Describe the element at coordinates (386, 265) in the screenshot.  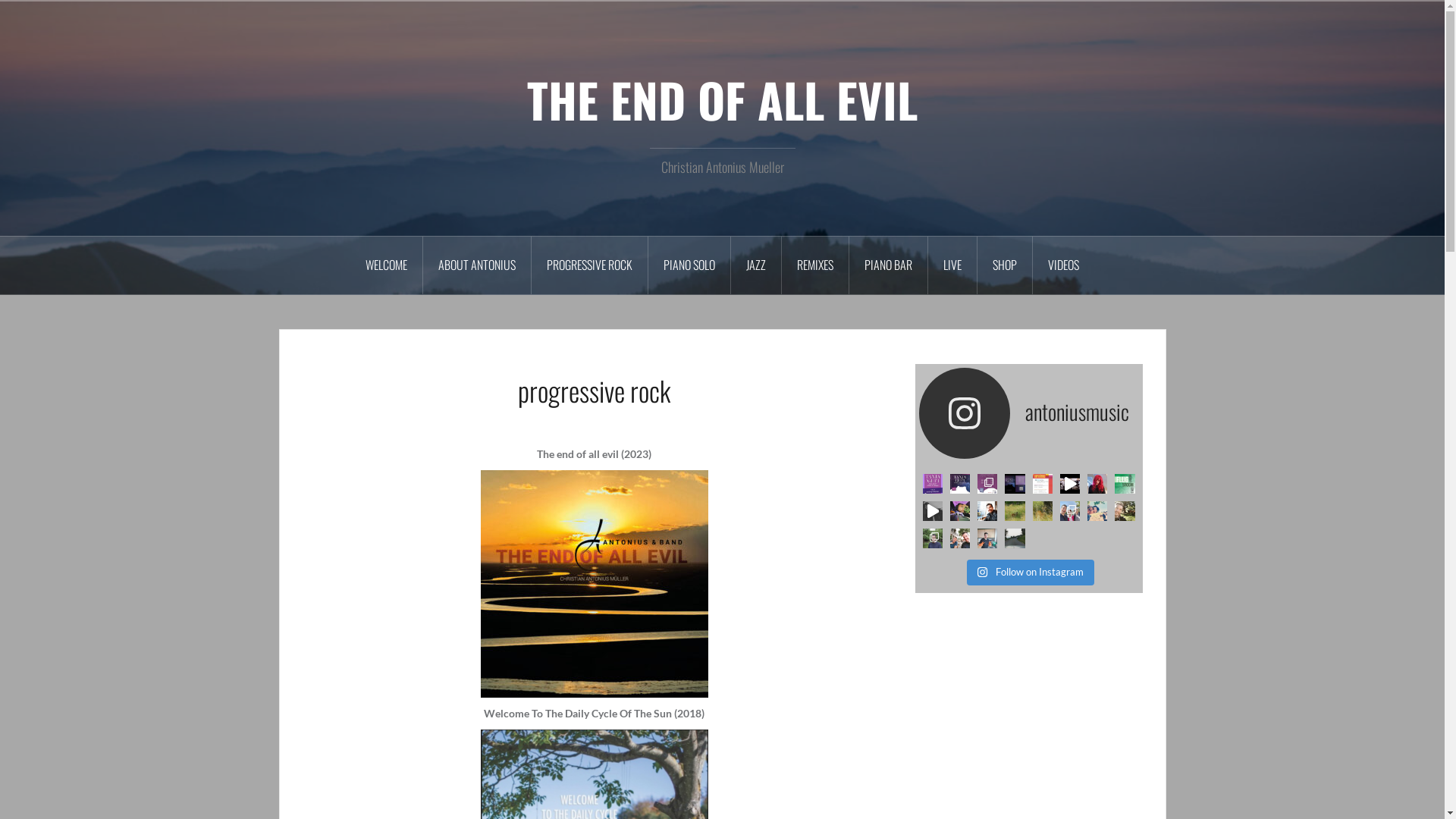
I see `'WELCOME'` at that location.